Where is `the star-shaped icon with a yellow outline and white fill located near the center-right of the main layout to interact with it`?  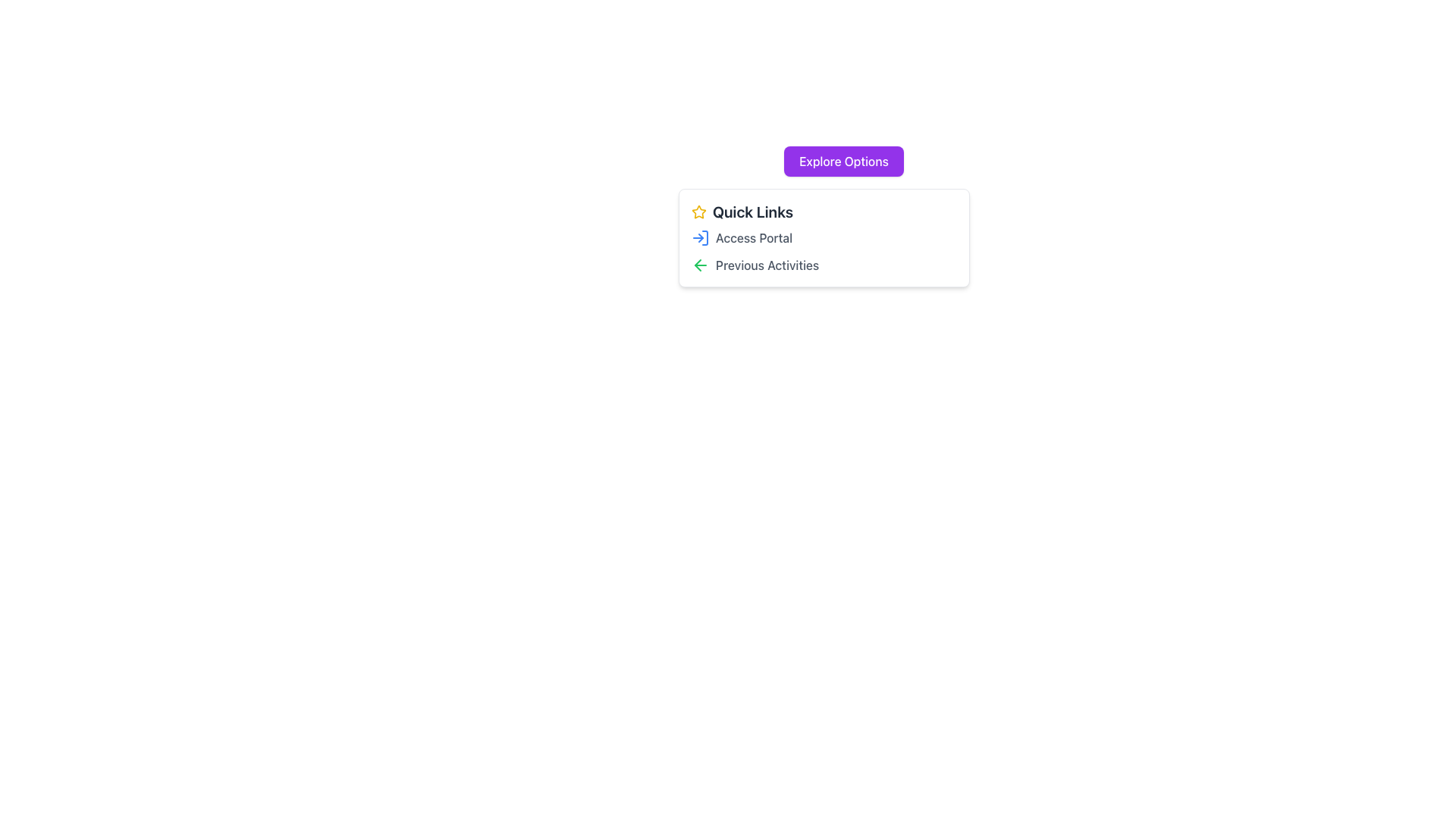 the star-shaped icon with a yellow outline and white fill located near the center-right of the main layout to interact with it is located at coordinates (698, 212).